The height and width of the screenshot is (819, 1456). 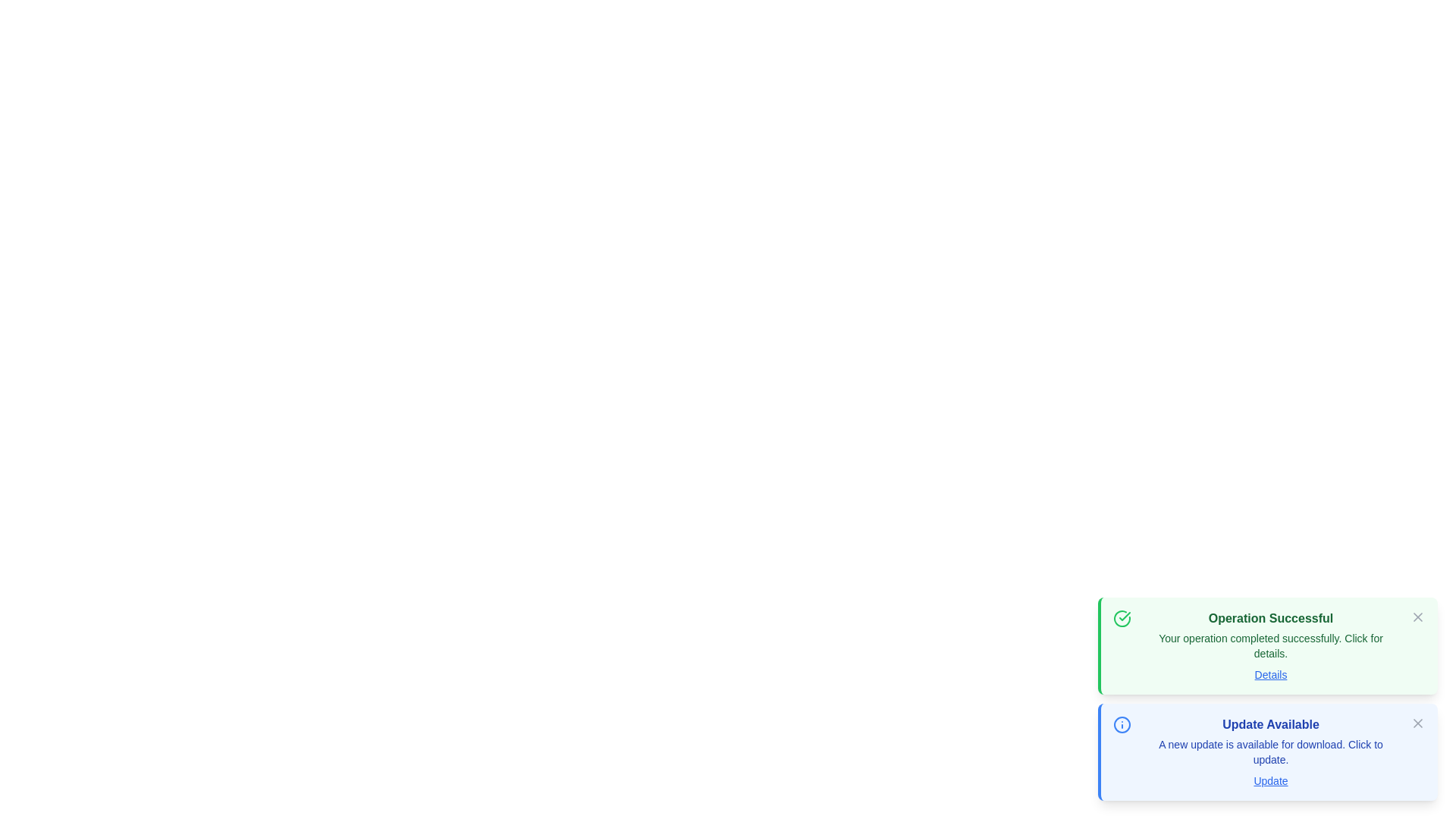 I want to click on the 'X' icon button in the top-right corner of the blue notification box labeled 'Update Available', so click(x=1417, y=722).